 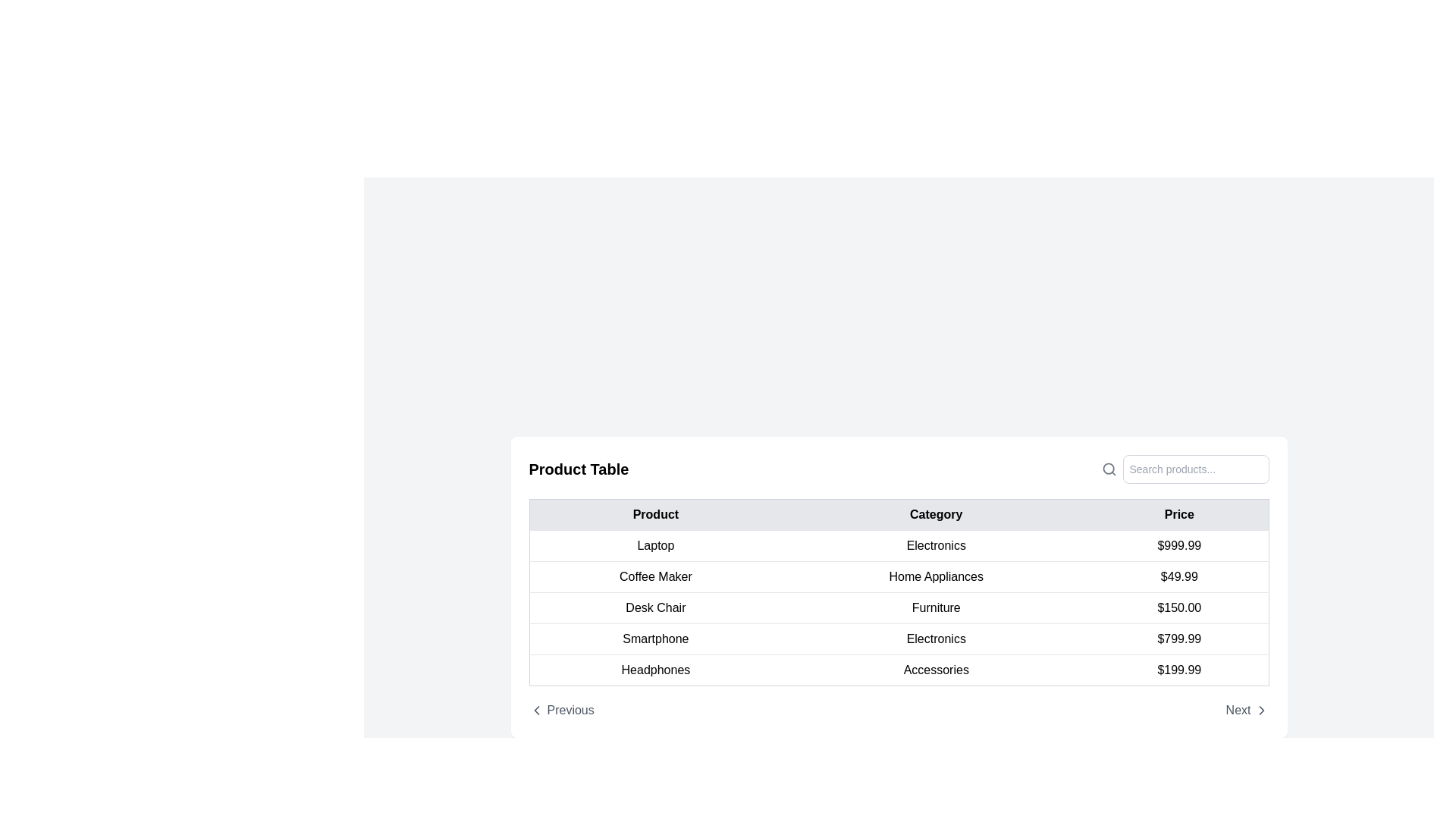 What do you see at coordinates (570, 710) in the screenshot?
I see `the 'Previous' text label or hyperlink located at the bottom-left corner of the product table interface` at bounding box center [570, 710].